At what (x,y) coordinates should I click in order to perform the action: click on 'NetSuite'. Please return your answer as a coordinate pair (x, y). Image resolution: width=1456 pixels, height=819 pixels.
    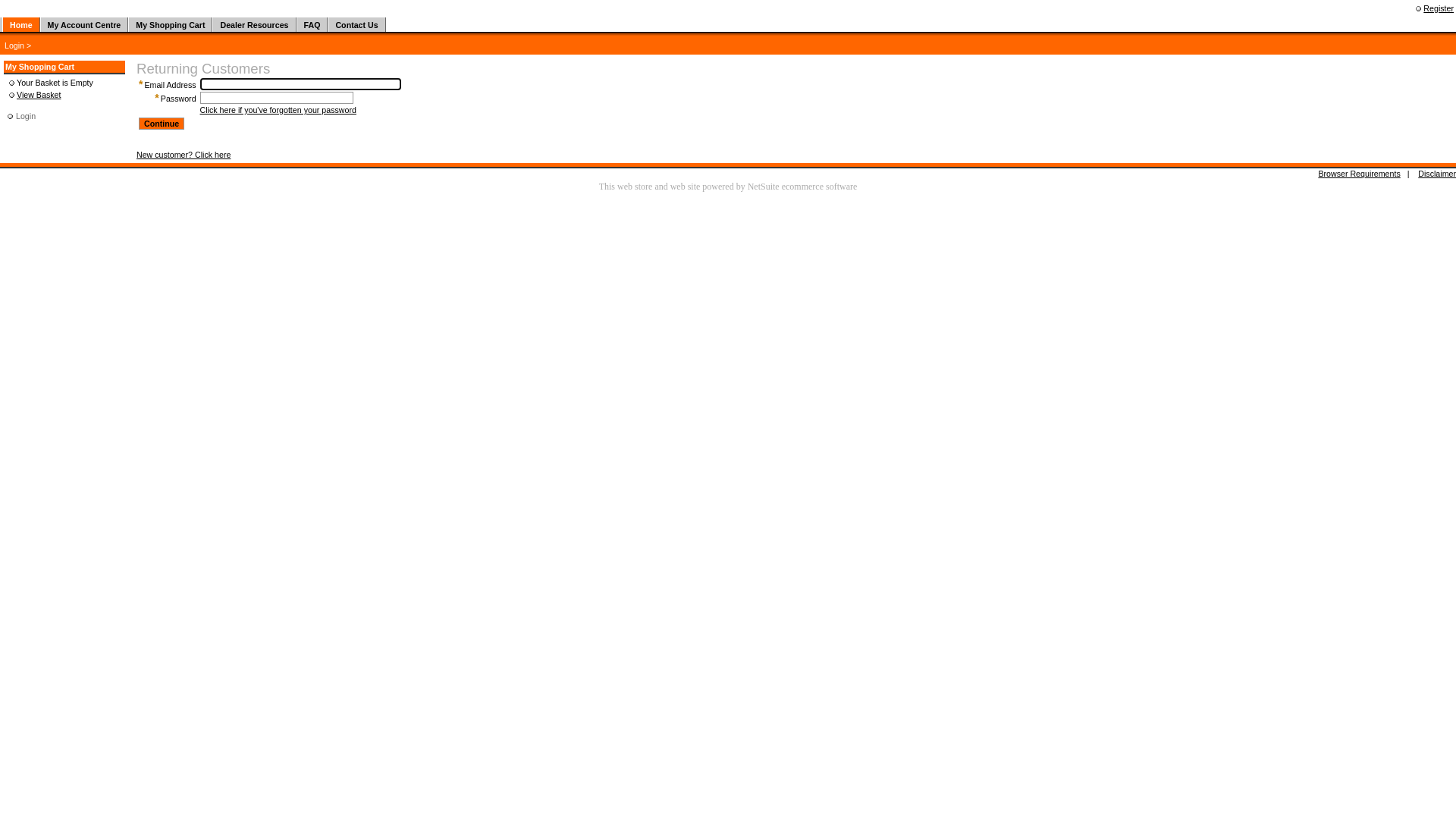
    Looking at the image, I should click on (747, 186).